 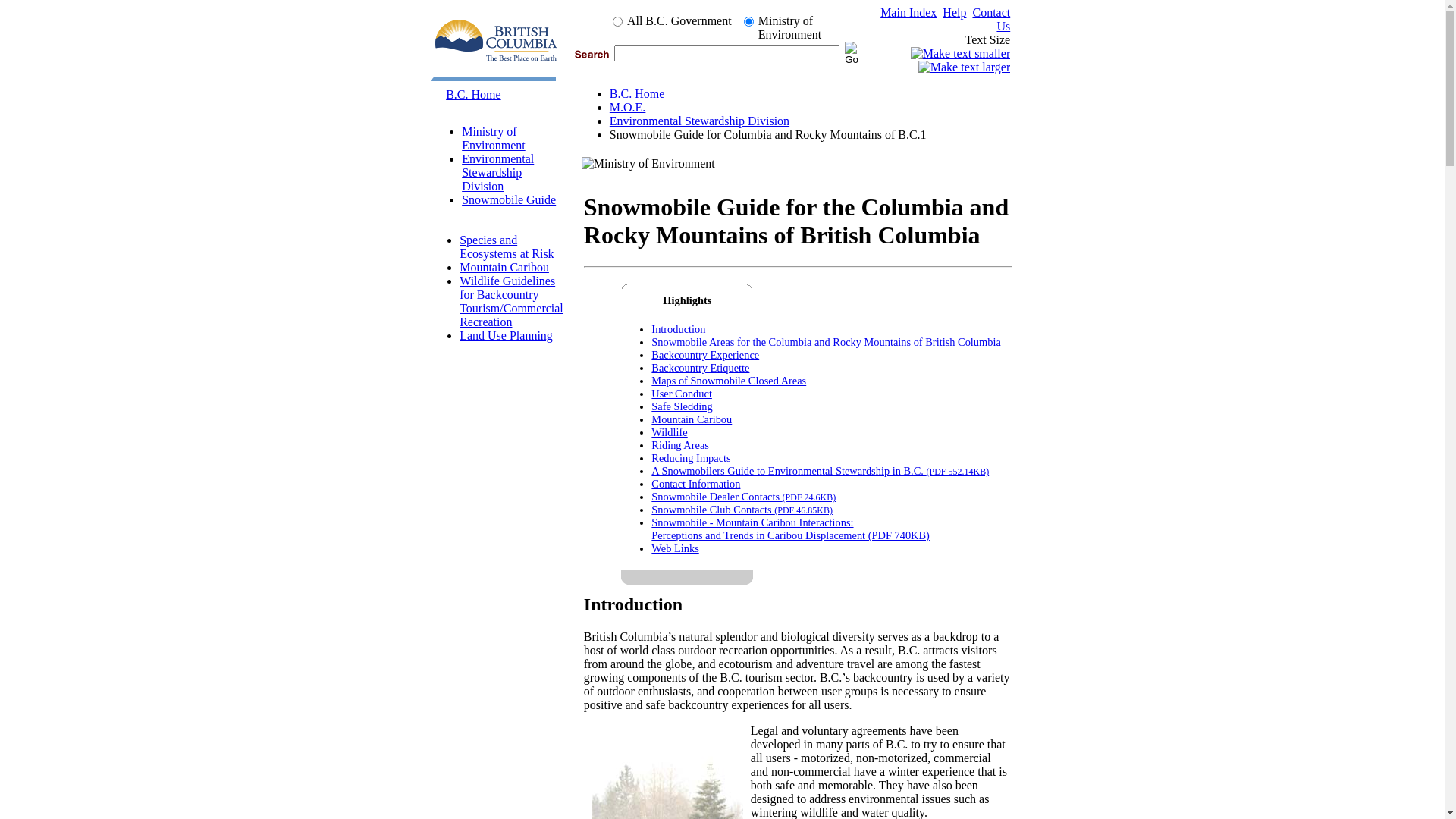 I want to click on 'Ministry of, so click(x=494, y=138).